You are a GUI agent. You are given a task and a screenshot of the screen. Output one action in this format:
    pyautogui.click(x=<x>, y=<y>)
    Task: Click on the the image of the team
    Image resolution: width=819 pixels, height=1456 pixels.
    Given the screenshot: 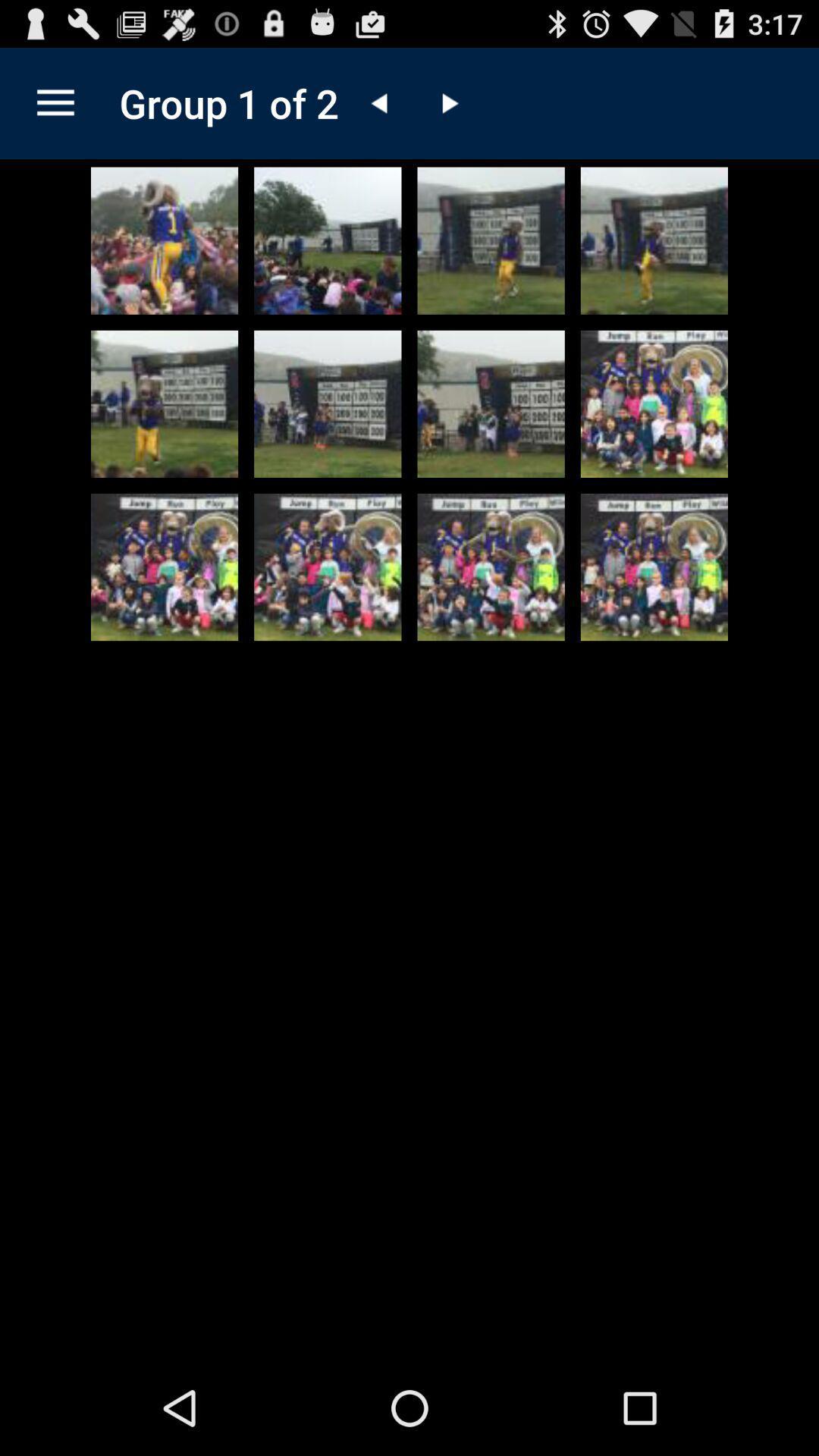 What is the action you would take?
    pyautogui.click(x=653, y=403)
    